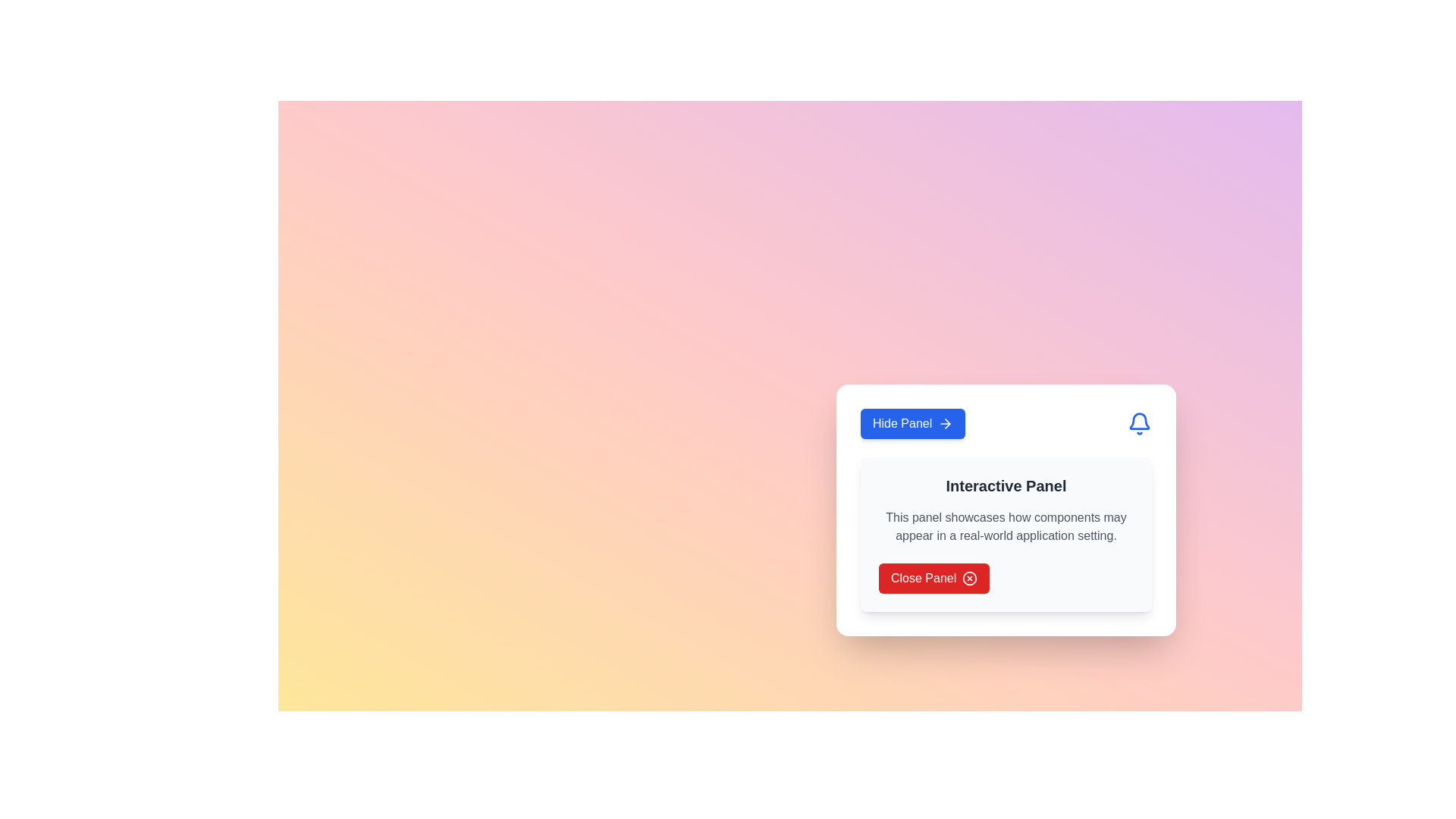  Describe the element at coordinates (1139, 424) in the screenshot. I see `the bell icon located at the far right of the header section` at that location.